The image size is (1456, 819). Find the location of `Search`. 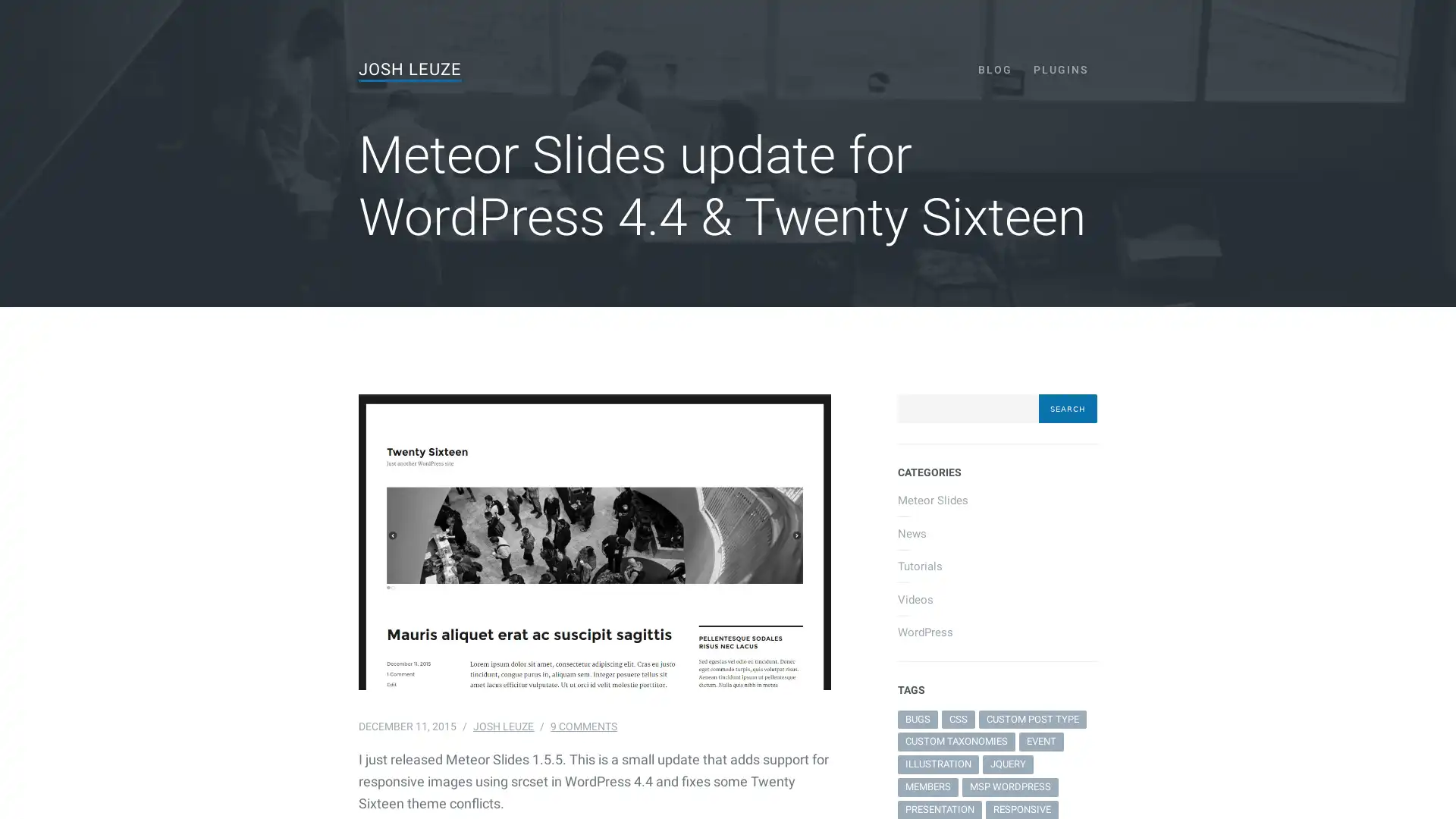

Search is located at coordinates (1066, 408).